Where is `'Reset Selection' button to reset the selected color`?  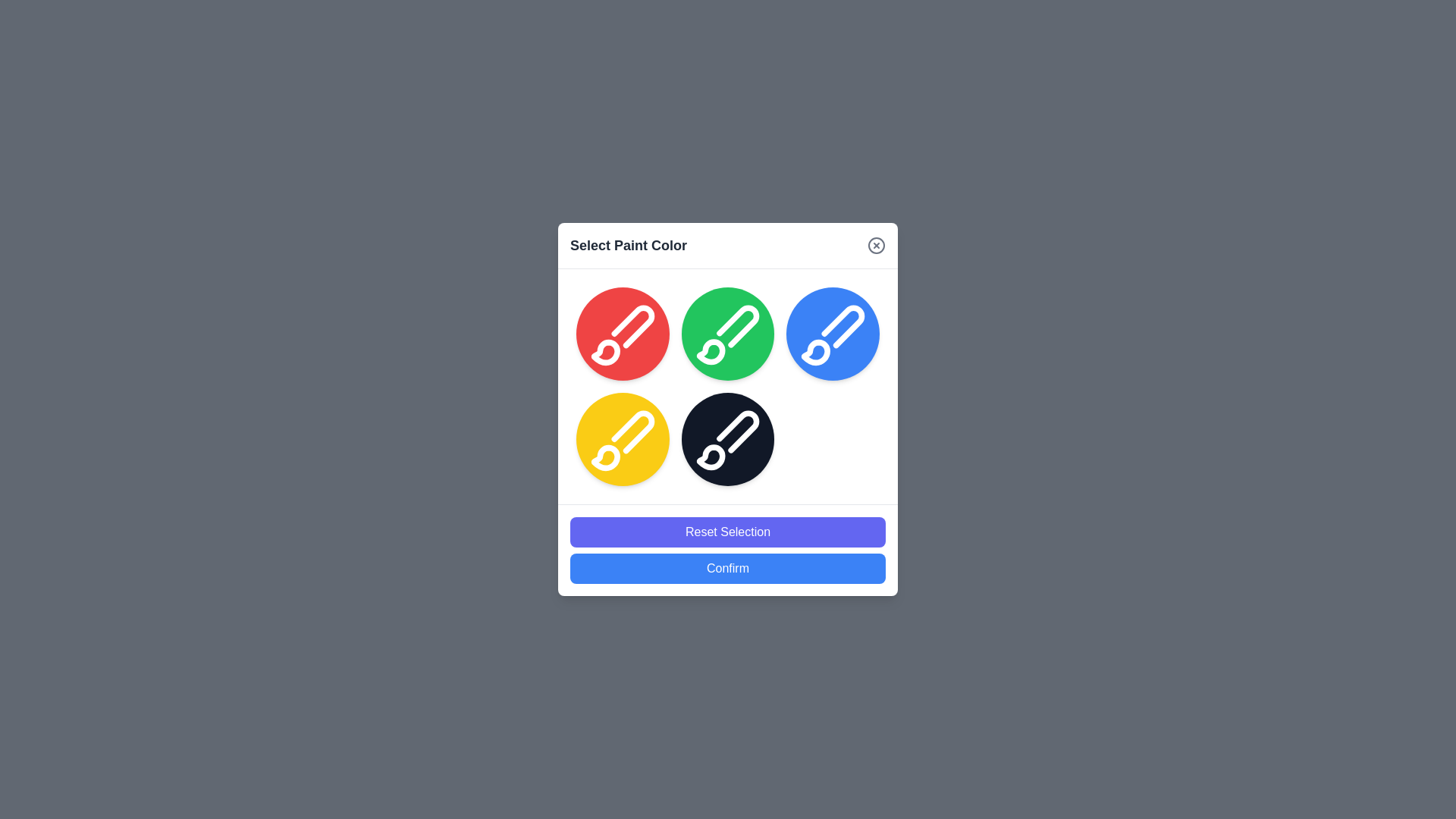
'Reset Selection' button to reset the selected color is located at coordinates (728, 531).